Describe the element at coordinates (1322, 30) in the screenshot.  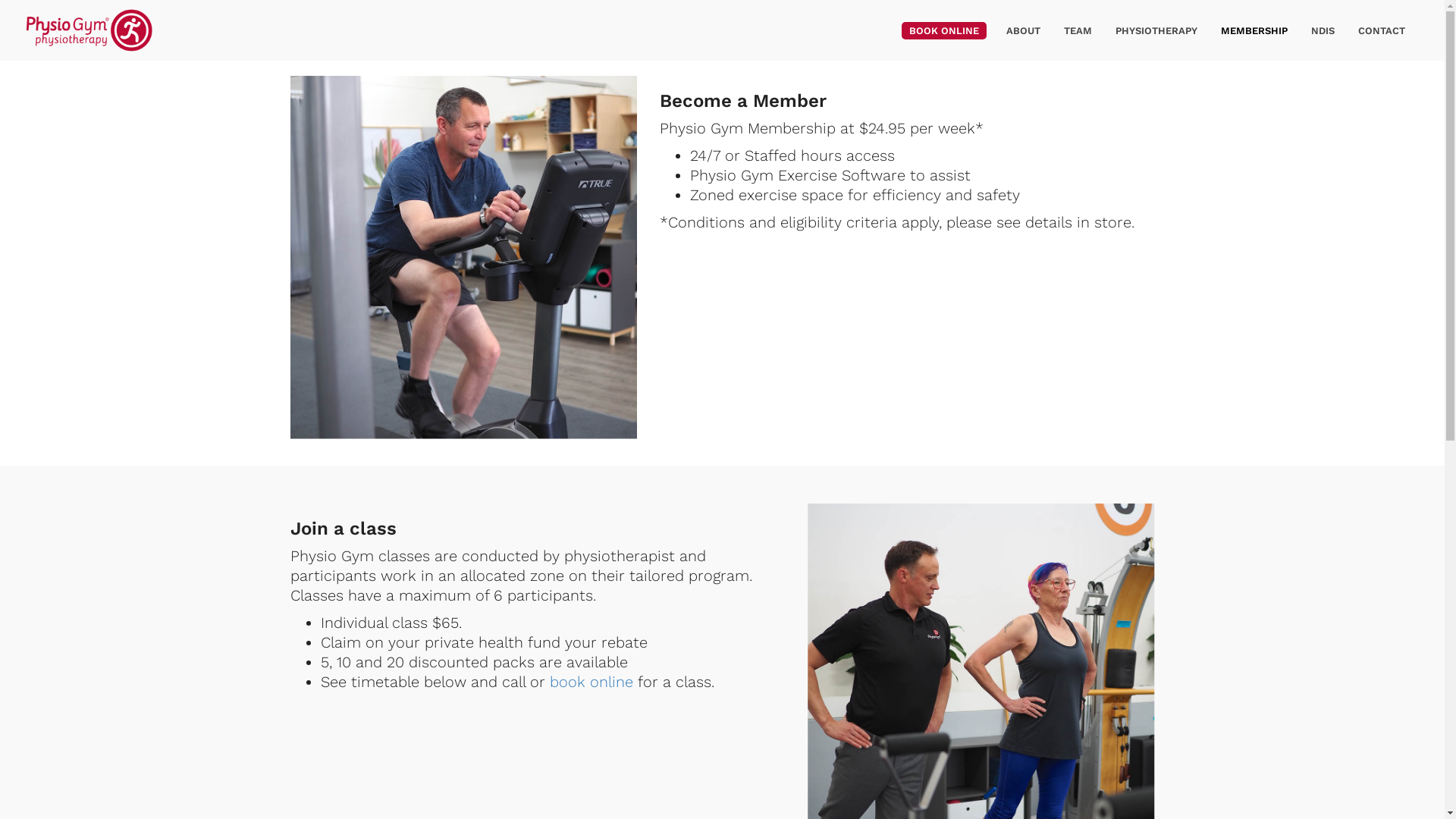
I see `'NDIS'` at that location.